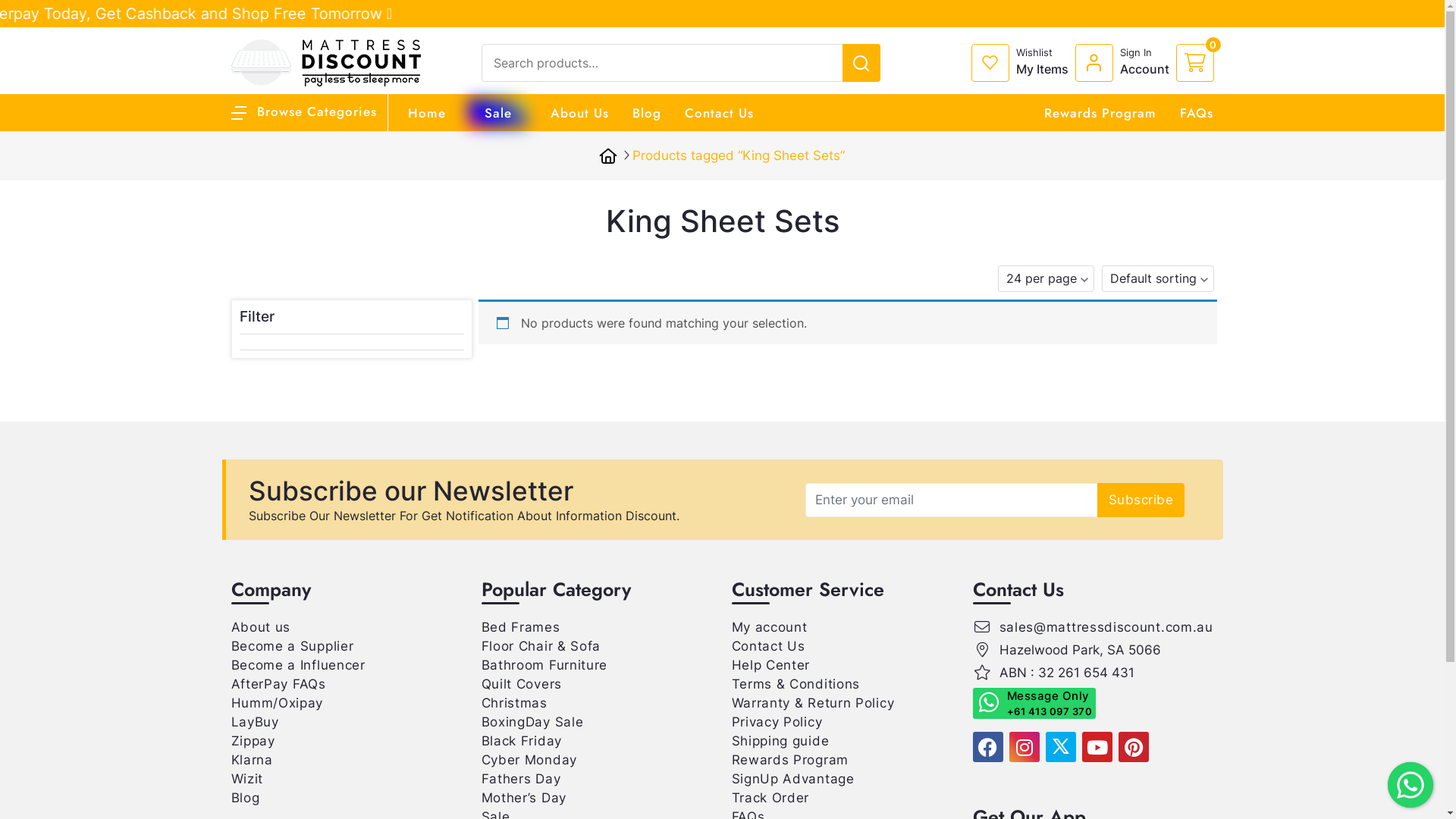  What do you see at coordinates (776, 721) in the screenshot?
I see `'Privacy Policy'` at bounding box center [776, 721].